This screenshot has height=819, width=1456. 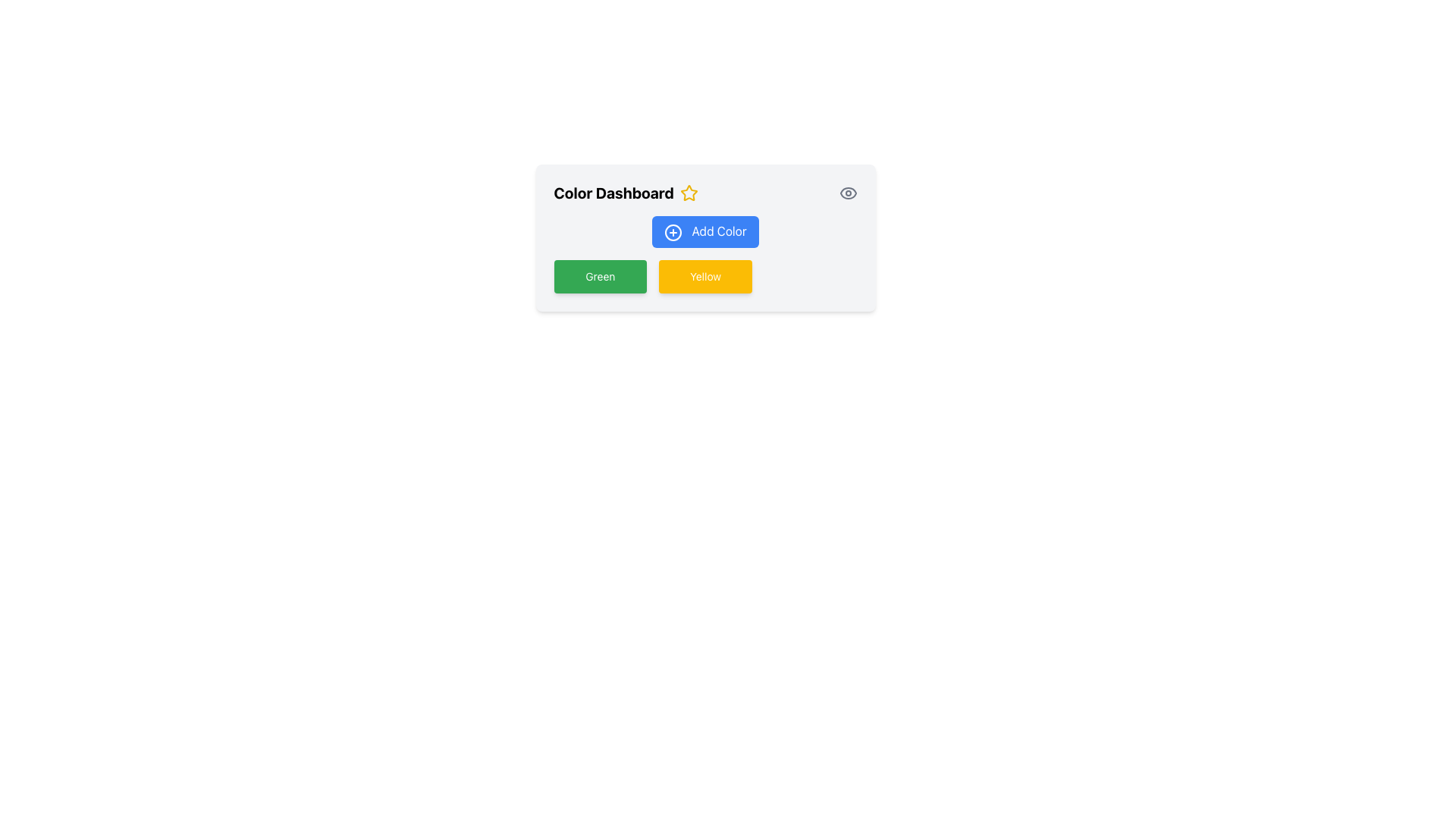 What do you see at coordinates (673, 232) in the screenshot?
I see `the circular icon with a bordered outline and an inner cross, which is located to the left of the 'Add Color' text within the blue button` at bounding box center [673, 232].